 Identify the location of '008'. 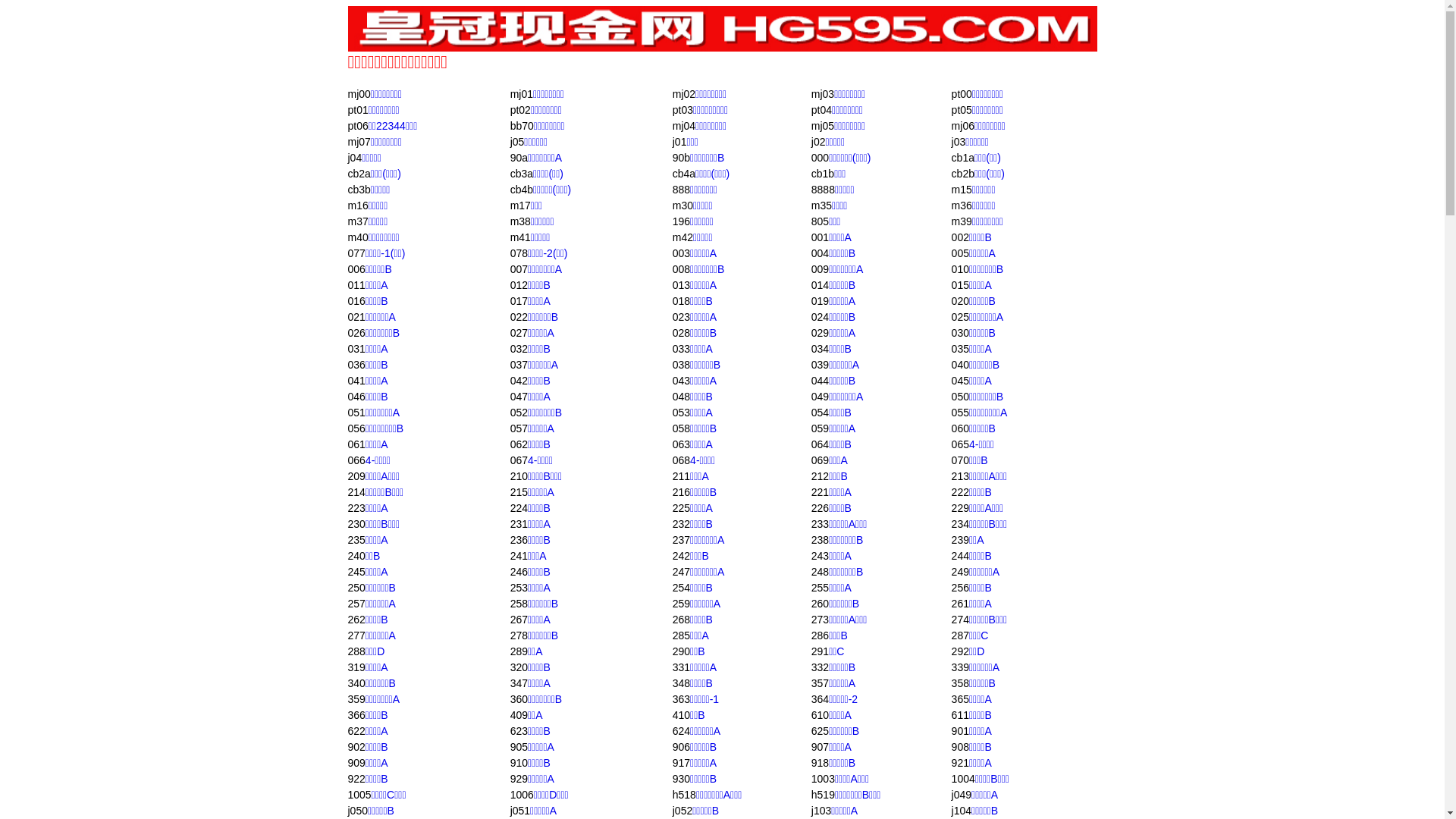
(680, 268).